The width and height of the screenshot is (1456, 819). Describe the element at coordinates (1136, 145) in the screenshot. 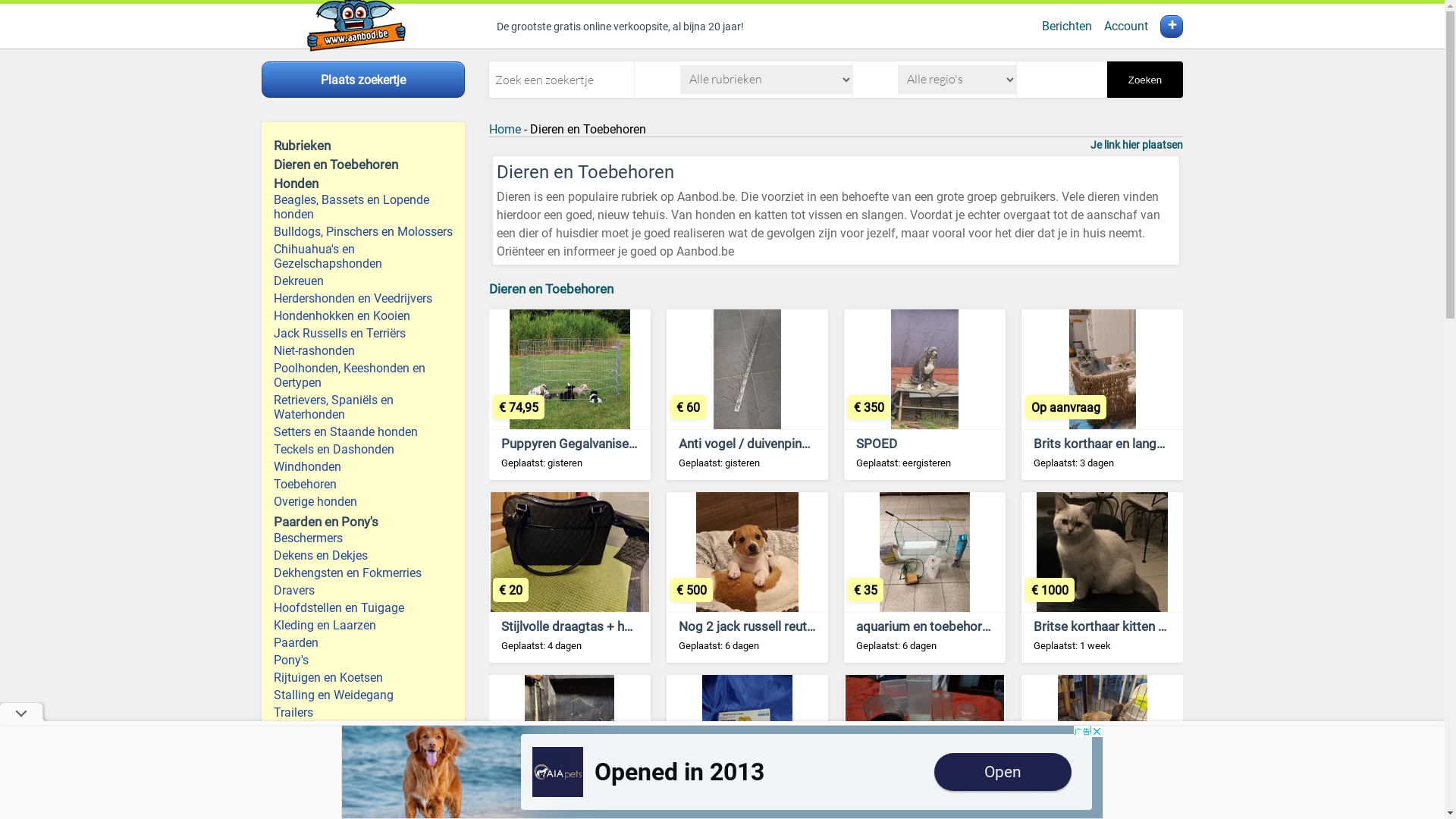

I see `'Je link hier plaatsen'` at that location.